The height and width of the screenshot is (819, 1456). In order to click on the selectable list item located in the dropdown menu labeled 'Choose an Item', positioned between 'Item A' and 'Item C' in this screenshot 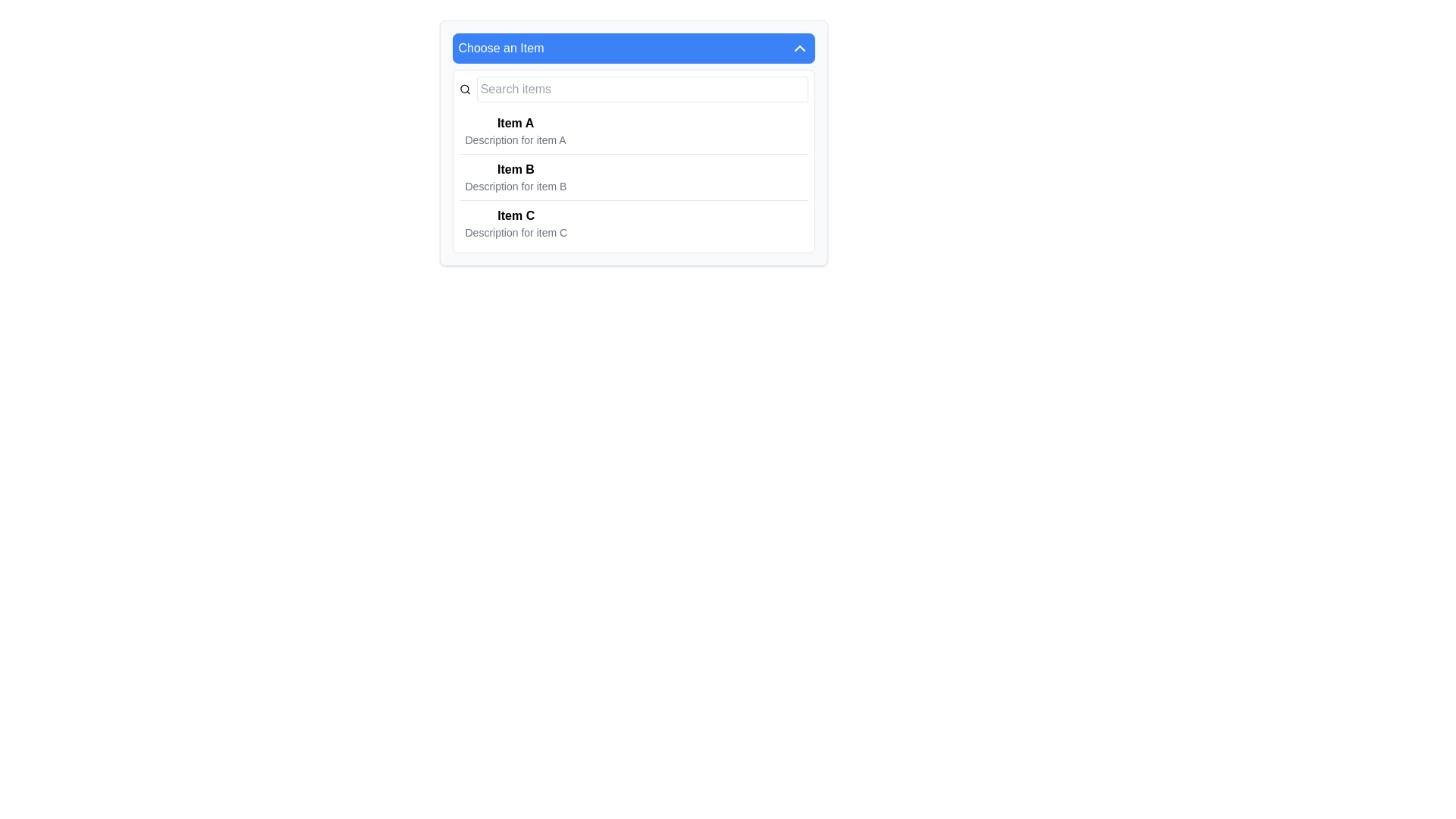, I will do `click(633, 176)`.